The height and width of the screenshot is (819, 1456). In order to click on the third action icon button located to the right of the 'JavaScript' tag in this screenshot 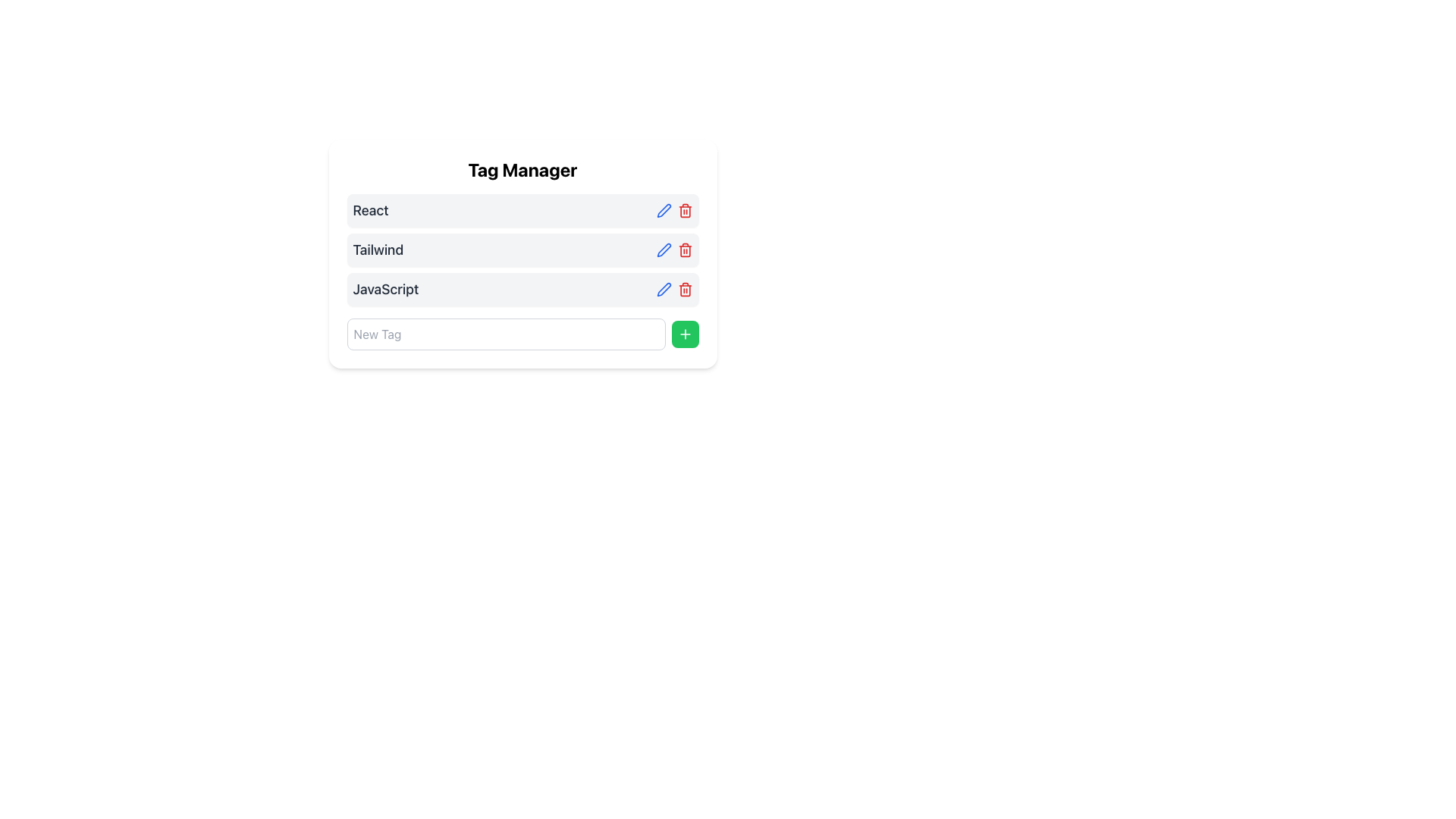, I will do `click(684, 289)`.